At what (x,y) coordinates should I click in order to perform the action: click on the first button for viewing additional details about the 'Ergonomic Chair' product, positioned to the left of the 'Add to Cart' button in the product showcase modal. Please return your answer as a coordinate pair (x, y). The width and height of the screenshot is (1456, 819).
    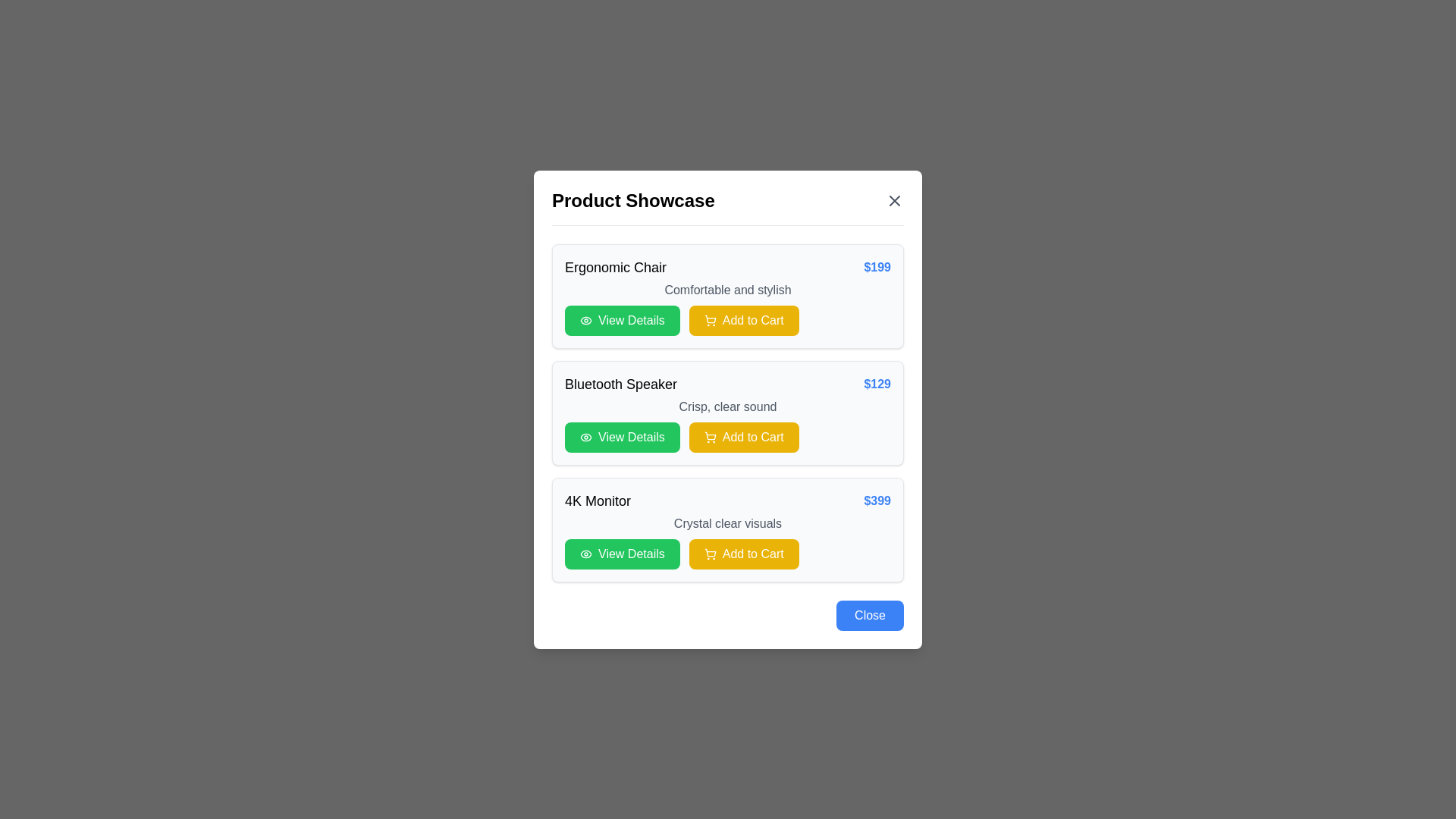
    Looking at the image, I should click on (631, 319).